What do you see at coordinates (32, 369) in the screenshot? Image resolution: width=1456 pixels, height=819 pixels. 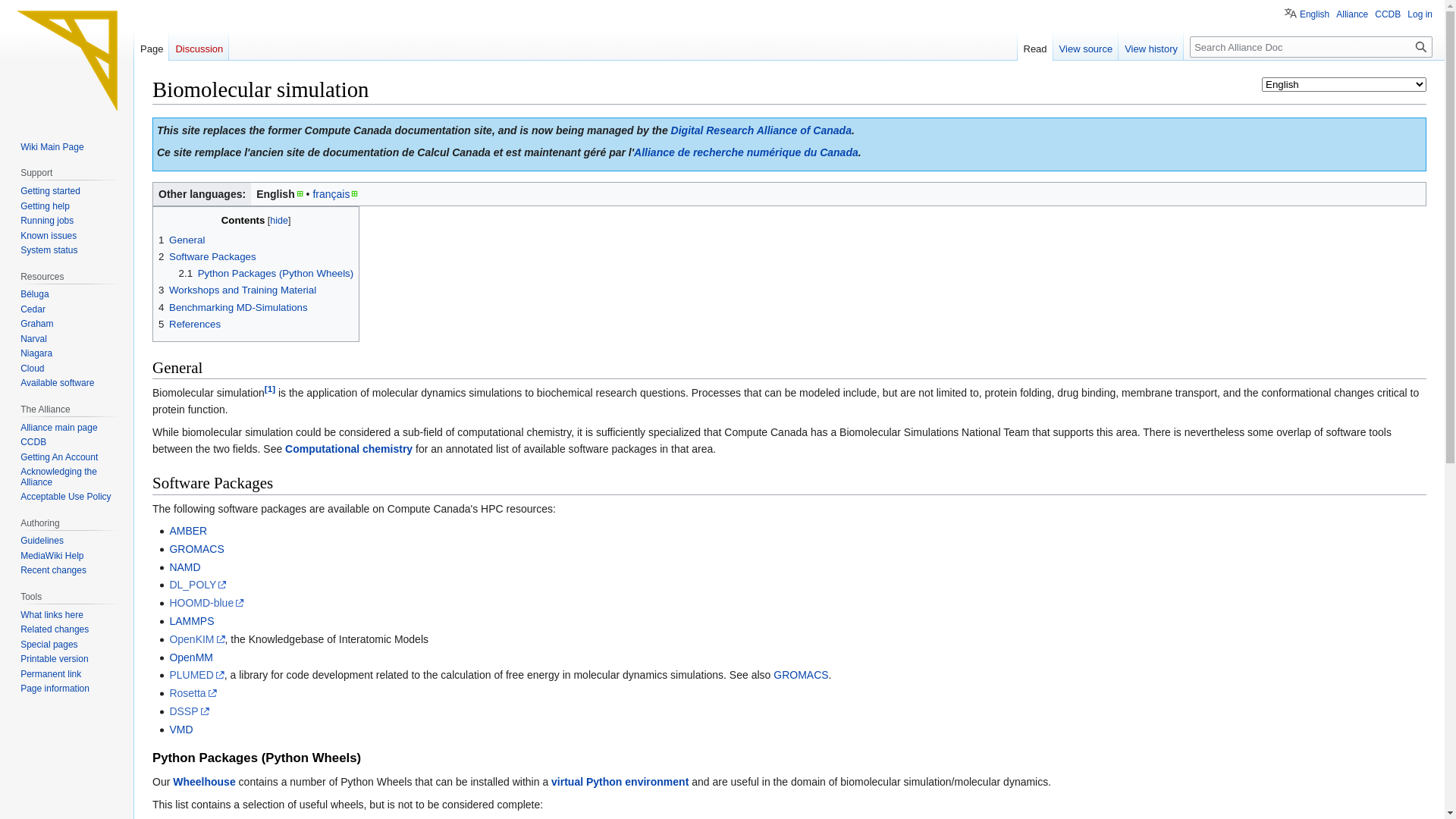 I see `'Cloud'` at bounding box center [32, 369].